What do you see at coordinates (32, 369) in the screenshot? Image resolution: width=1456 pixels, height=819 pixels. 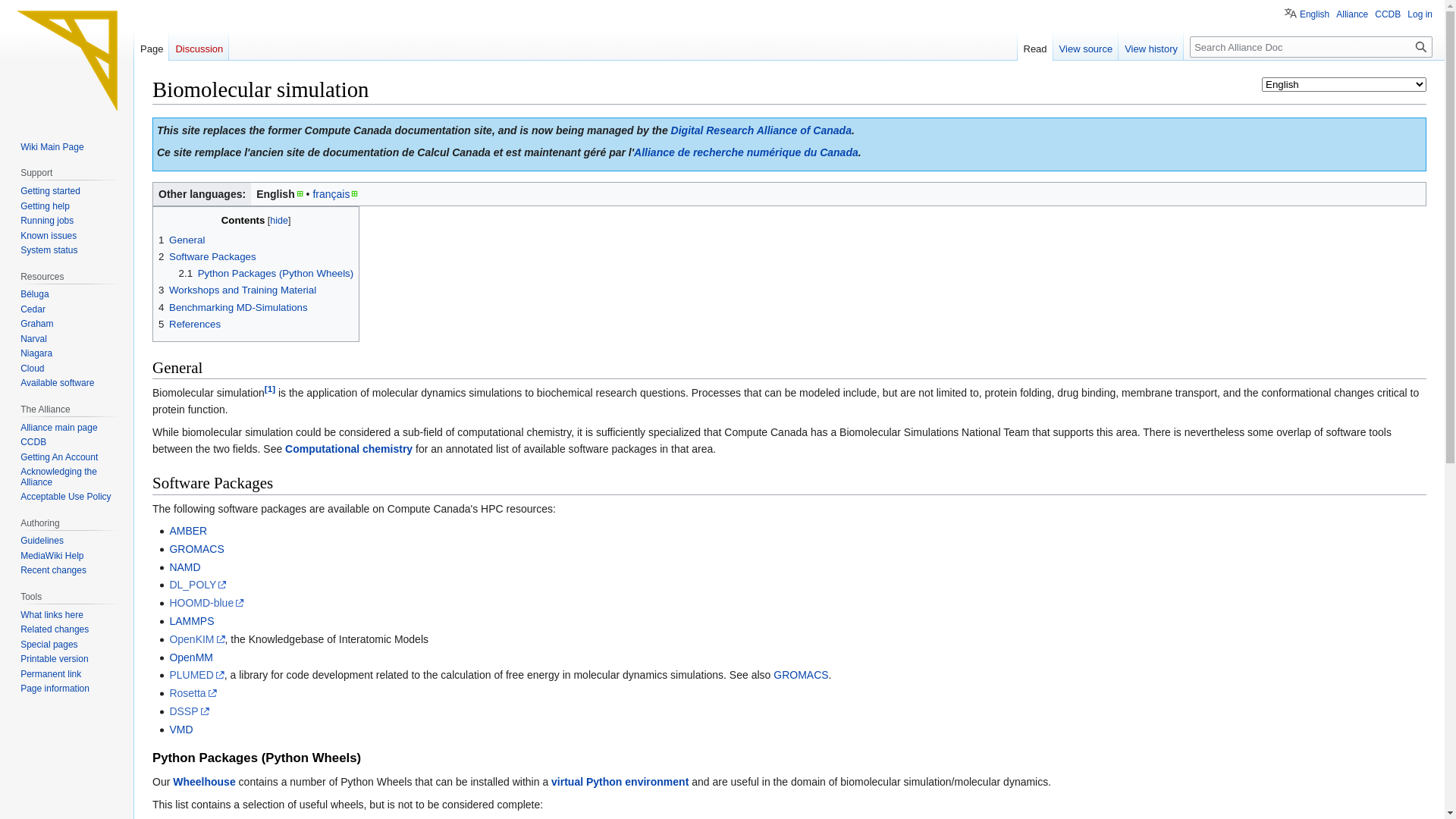 I see `'Cloud'` at bounding box center [32, 369].